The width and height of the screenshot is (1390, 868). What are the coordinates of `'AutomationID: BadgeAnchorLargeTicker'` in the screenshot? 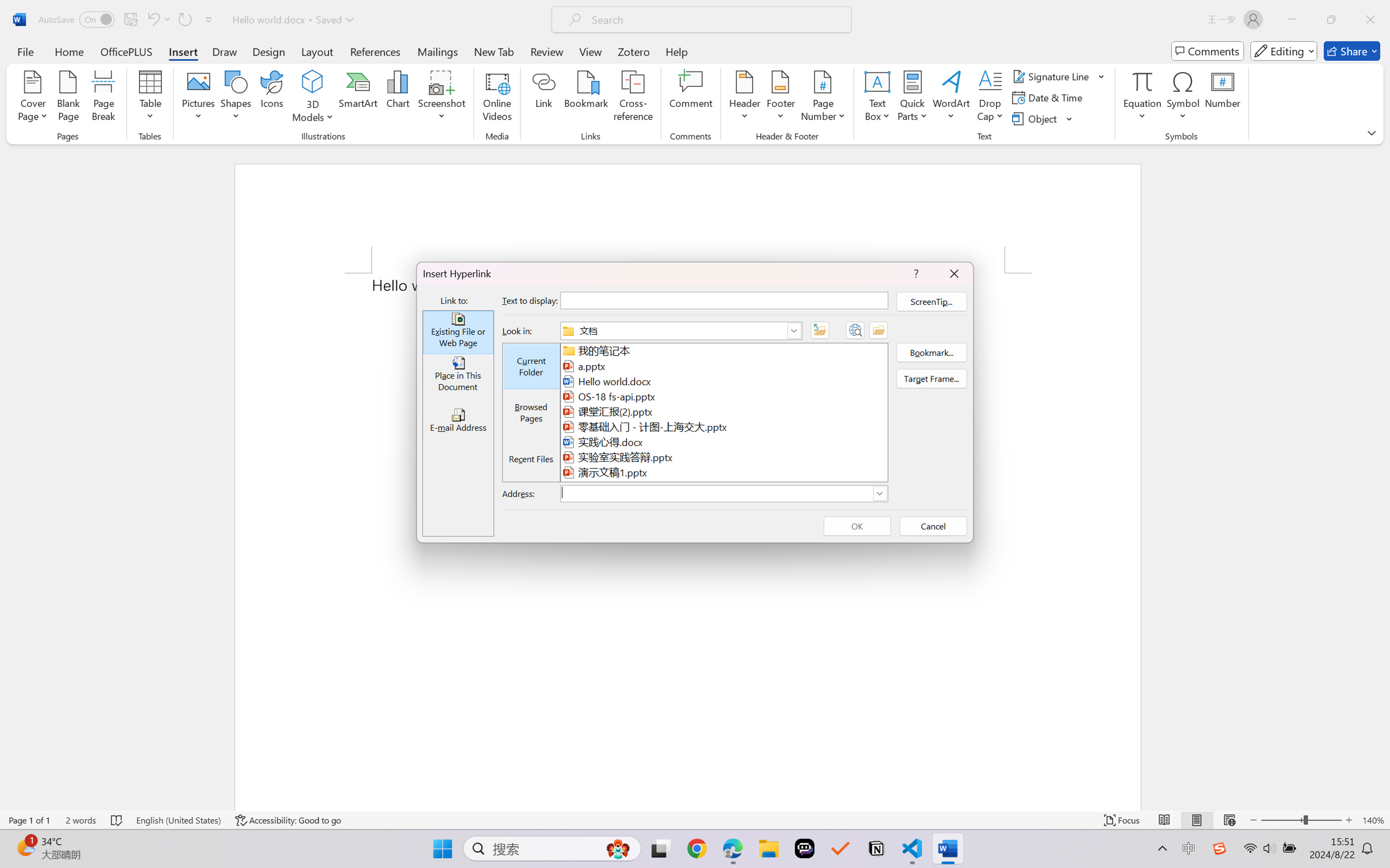 It's located at (25, 847).